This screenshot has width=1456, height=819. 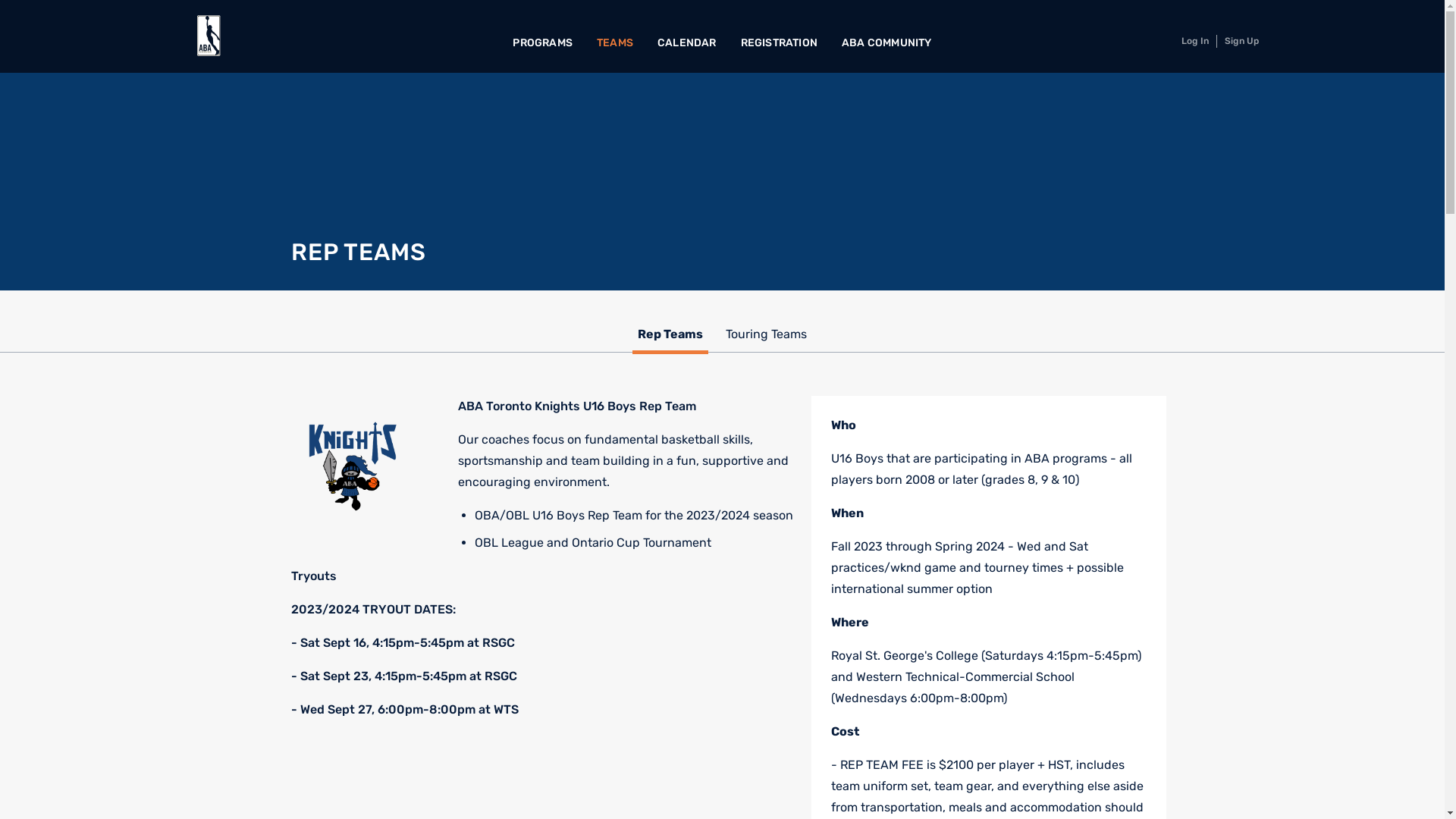 What do you see at coordinates (768, 463) in the screenshot?
I see `'Sign me up'` at bounding box center [768, 463].